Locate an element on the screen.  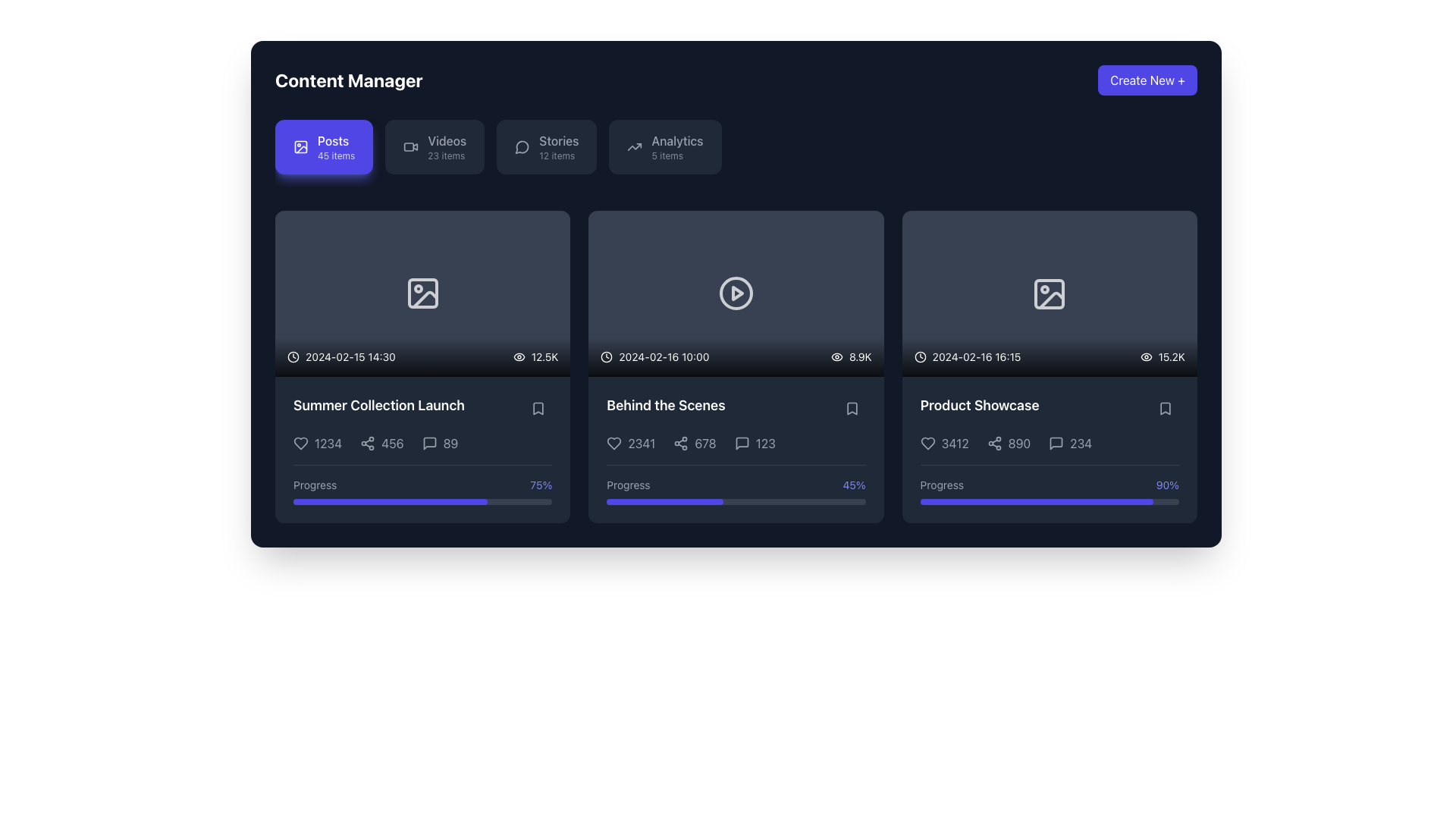
displayed date and time from the static text label located within the second content card labeled 'Behind the Scenes', positioned directly below the image placeholder is located at coordinates (664, 356).